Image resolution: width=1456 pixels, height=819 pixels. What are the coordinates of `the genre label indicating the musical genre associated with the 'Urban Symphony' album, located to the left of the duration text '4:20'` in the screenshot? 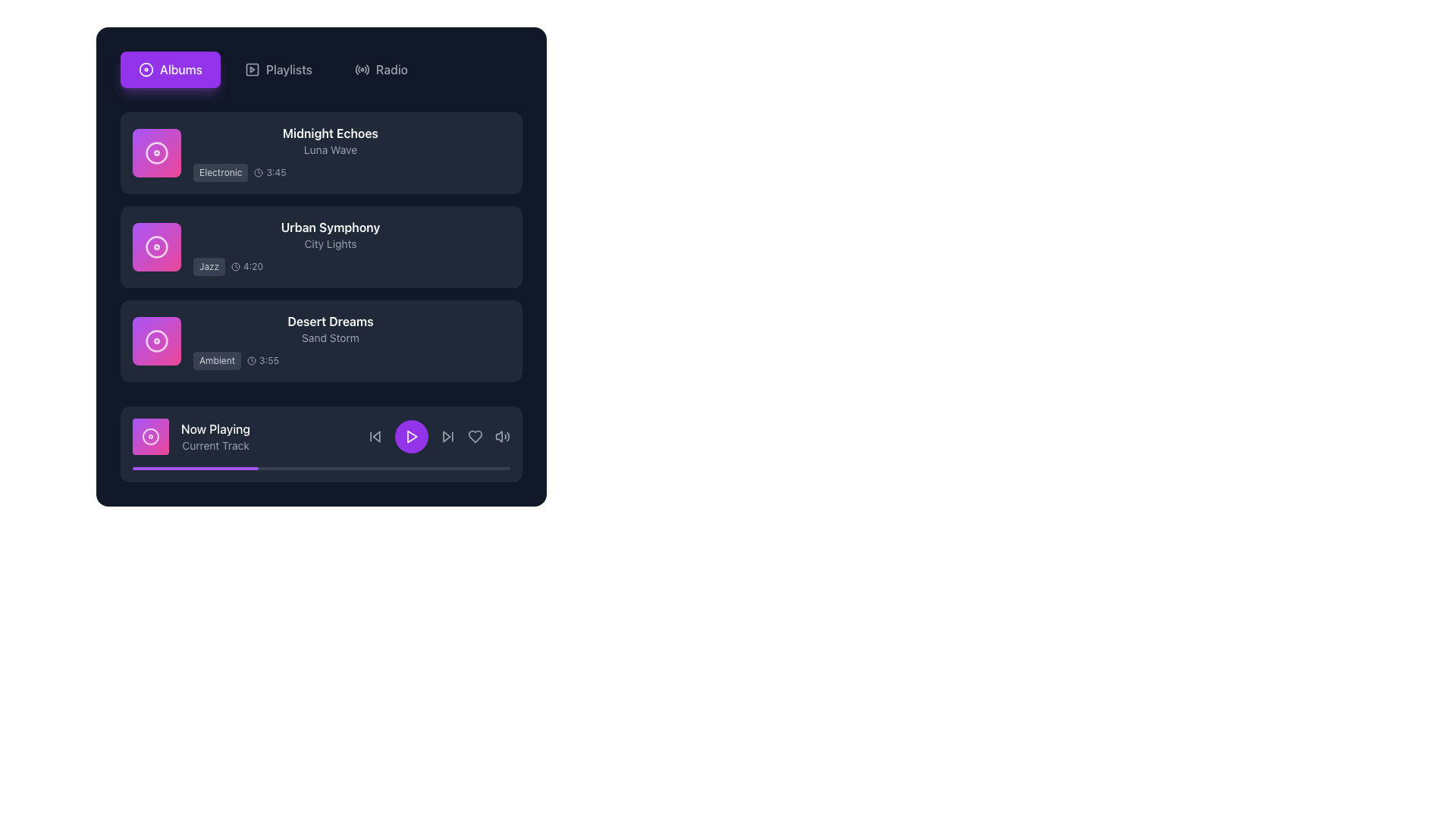 It's located at (209, 265).